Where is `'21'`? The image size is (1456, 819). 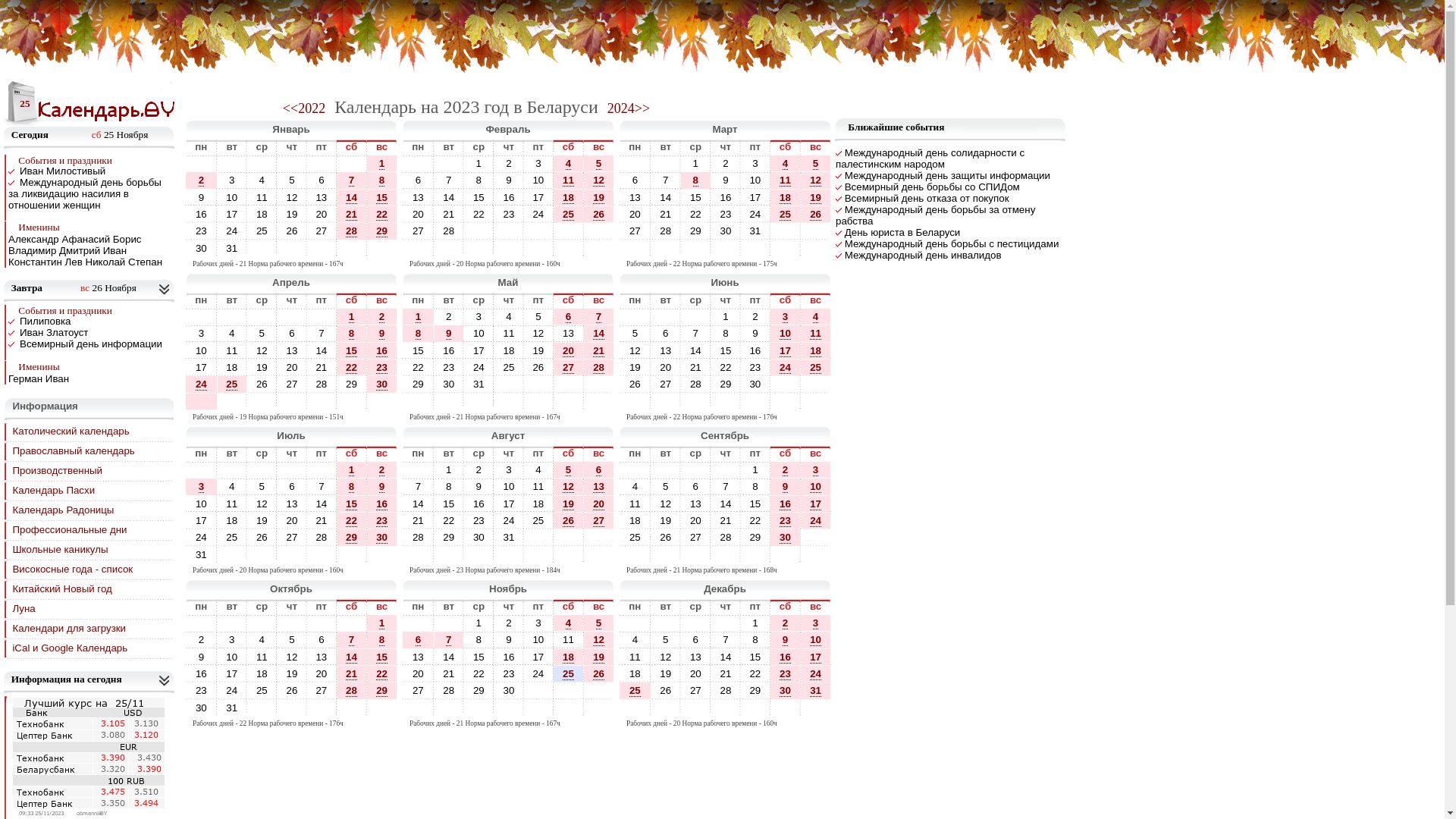 '21' is located at coordinates (447, 214).